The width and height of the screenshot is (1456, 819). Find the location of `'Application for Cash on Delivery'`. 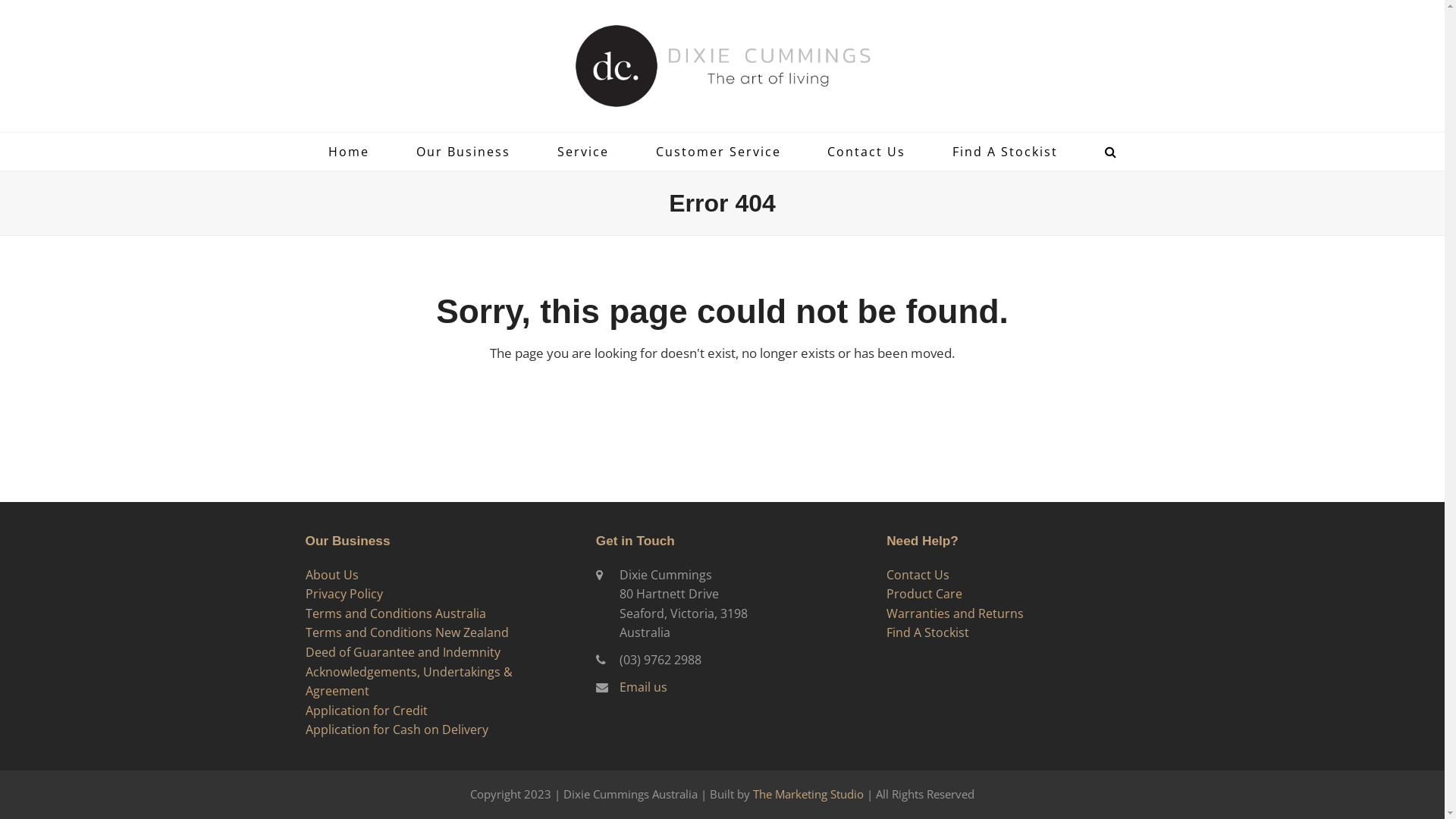

'Application for Cash on Delivery' is located at coordinates (396, 728).